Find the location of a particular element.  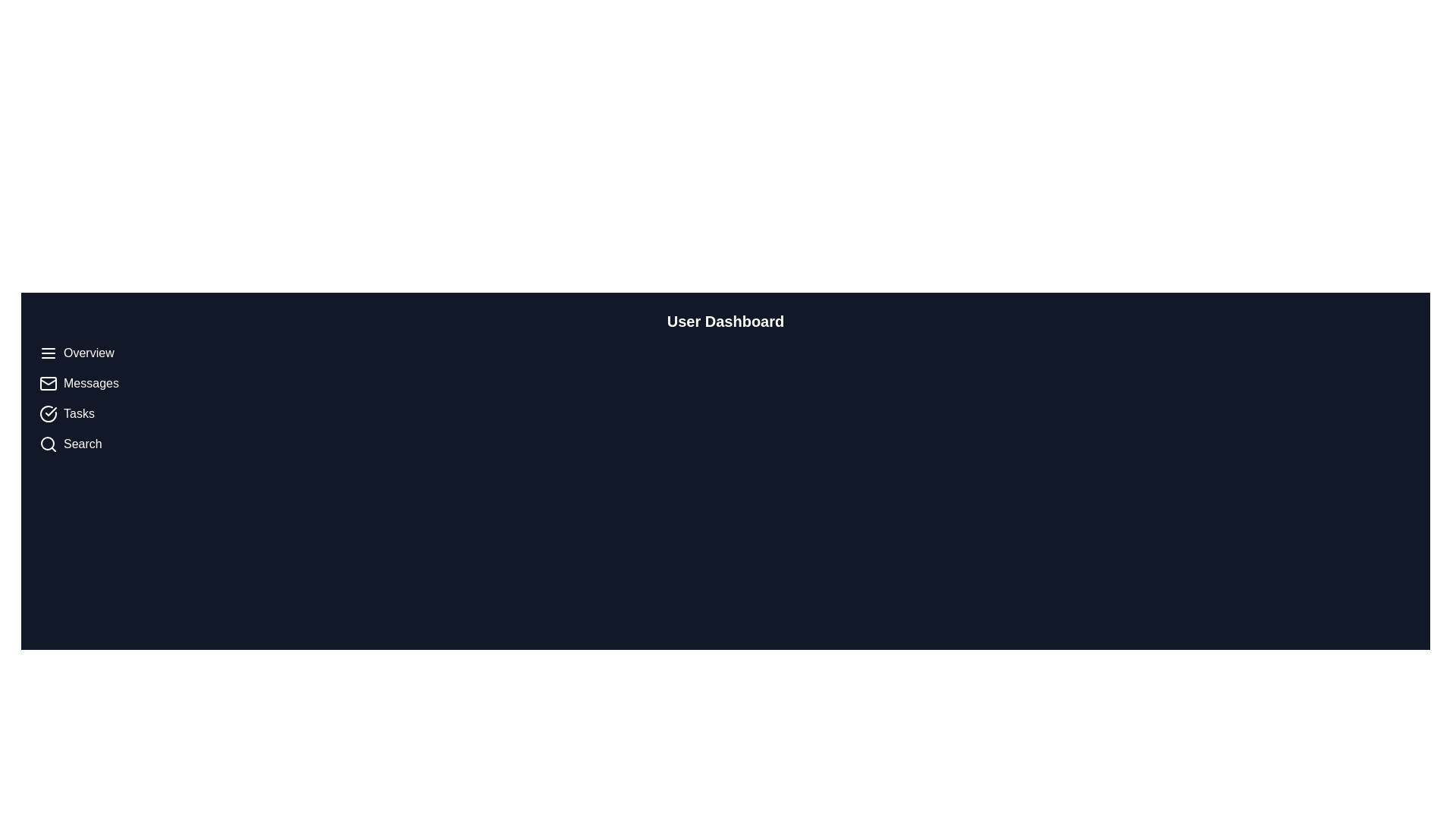

the 'User Dashboard' text label, which is prominently displayed at the top-center of the interface in a large, bold font against a dark background is located at coordinates (724, 321).